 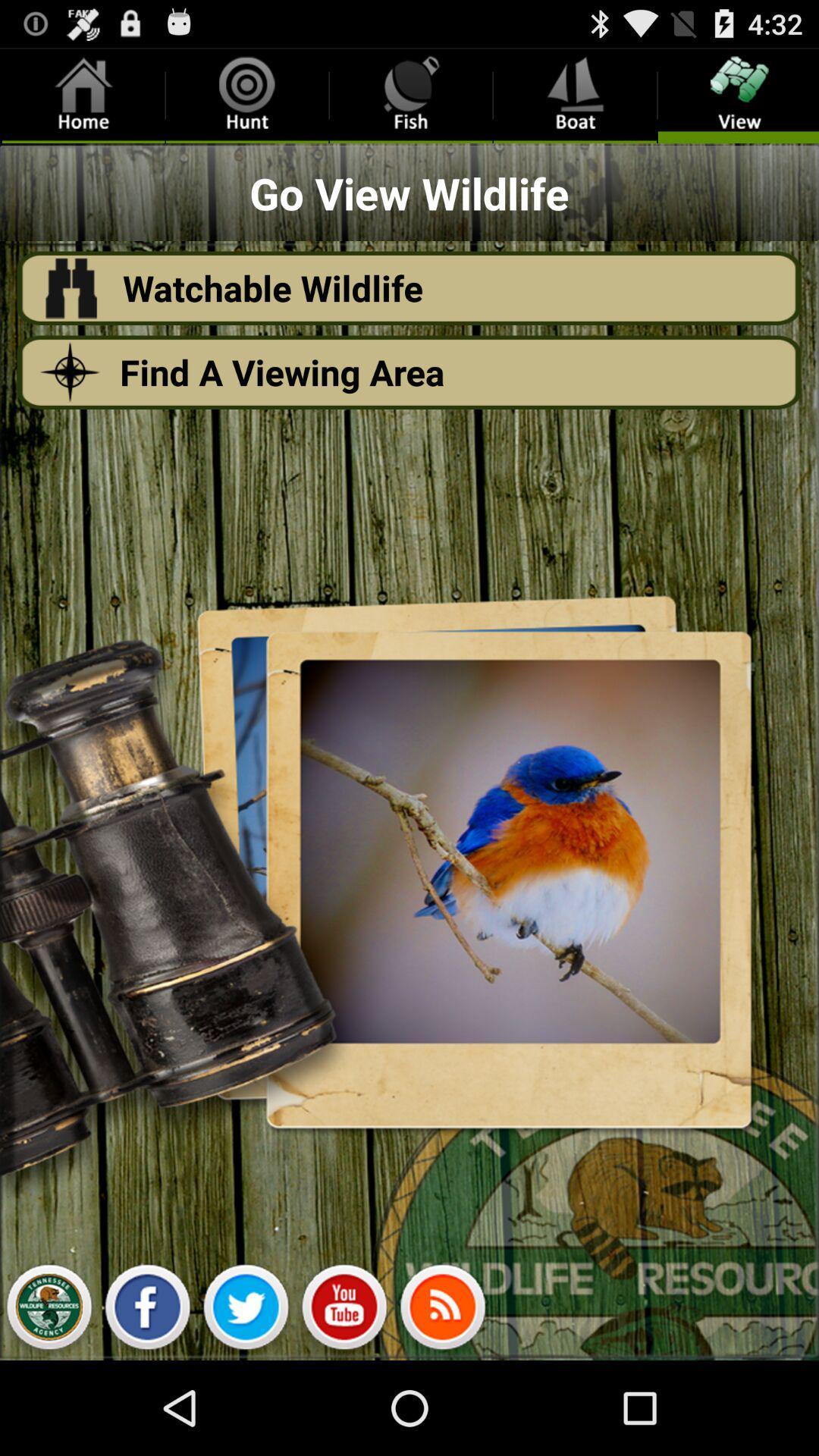 What do you see at coordinates (442, 1310) in the screenshot?
I see `wifi` at bounding box center [442, 1310].